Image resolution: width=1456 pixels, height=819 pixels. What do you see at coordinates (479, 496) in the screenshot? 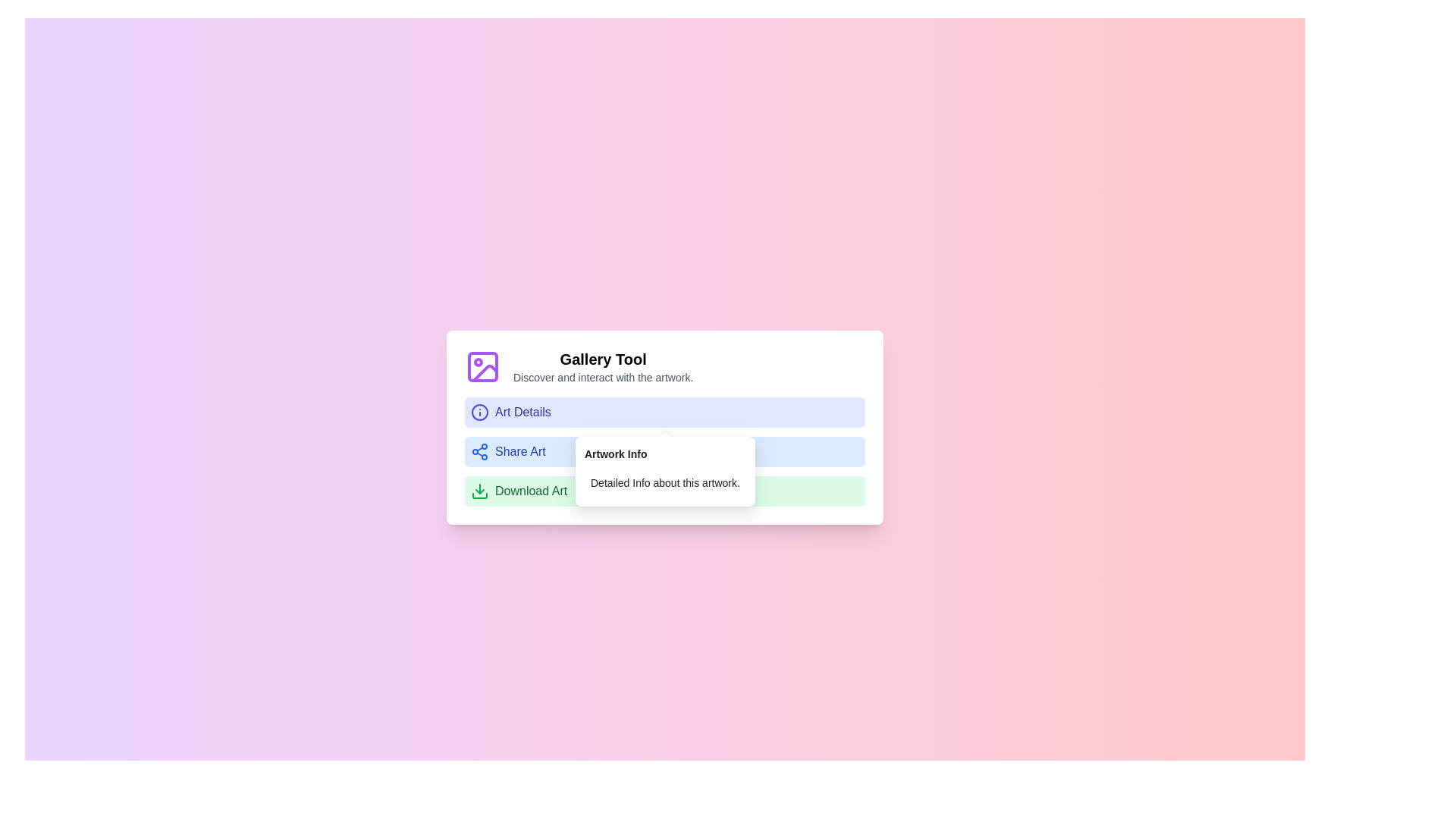
I see `the bottommost graphical component of the download icon's SVG representation, which visually completes the download symbol` at bounding box center [479, 496].